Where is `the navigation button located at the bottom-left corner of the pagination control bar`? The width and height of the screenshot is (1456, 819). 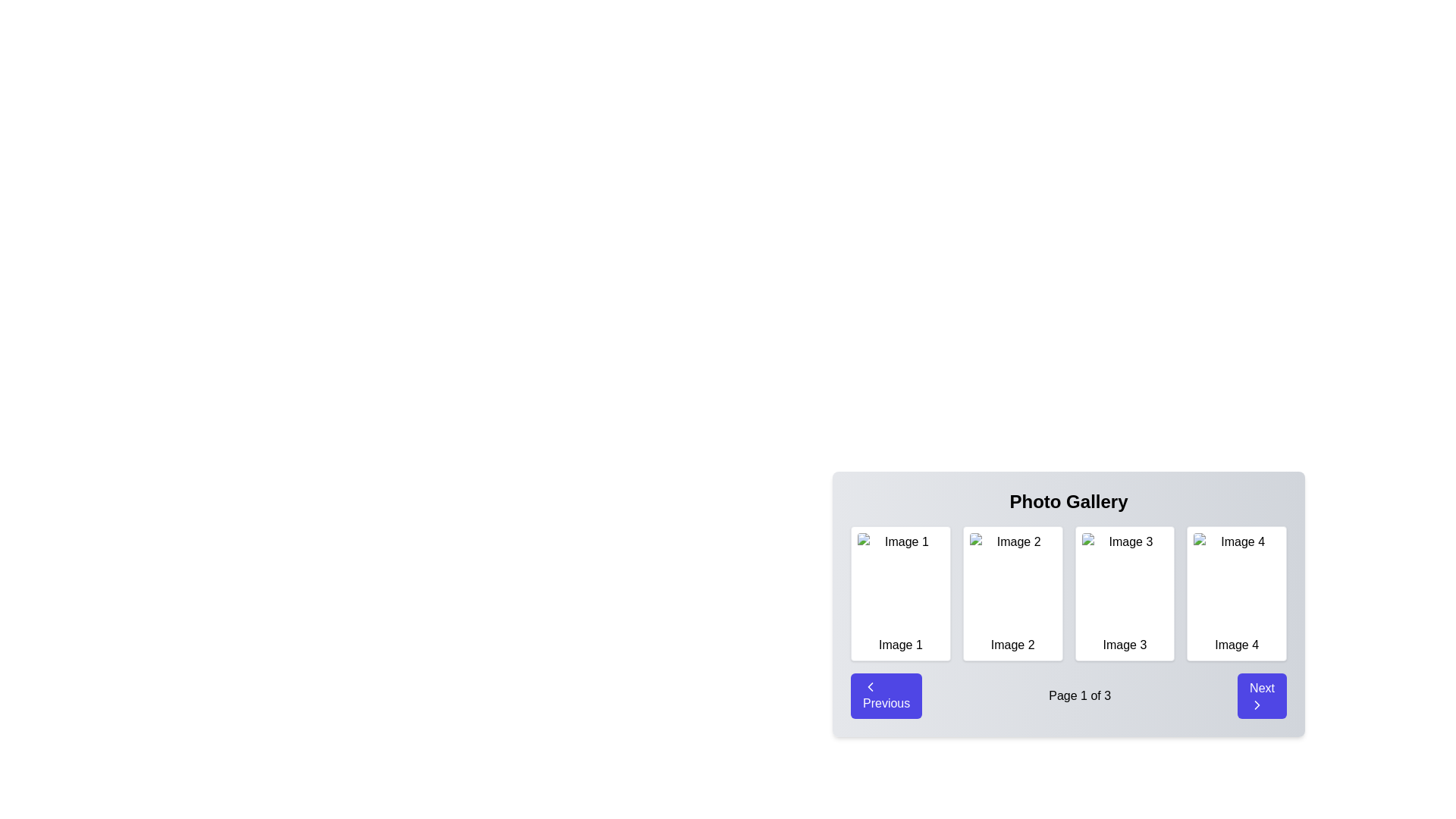
the navigation button located at the bottom-left corner of the pagination control bar is located at coordinates (886, 696).